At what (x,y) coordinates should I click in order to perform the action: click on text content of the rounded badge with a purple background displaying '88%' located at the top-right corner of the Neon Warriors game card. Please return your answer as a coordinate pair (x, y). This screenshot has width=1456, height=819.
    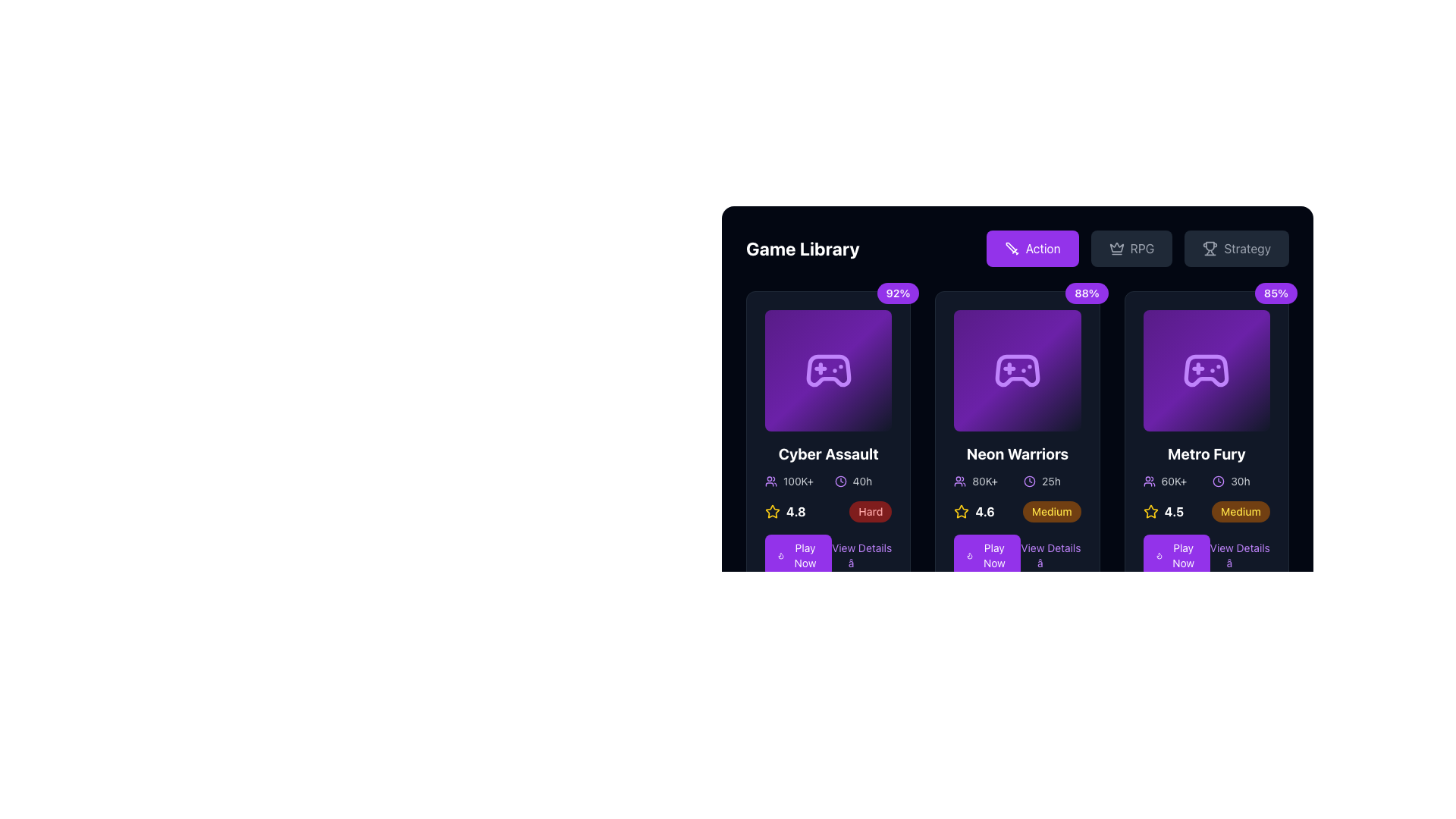
    Looking at the image, I should click on (1086, 293).